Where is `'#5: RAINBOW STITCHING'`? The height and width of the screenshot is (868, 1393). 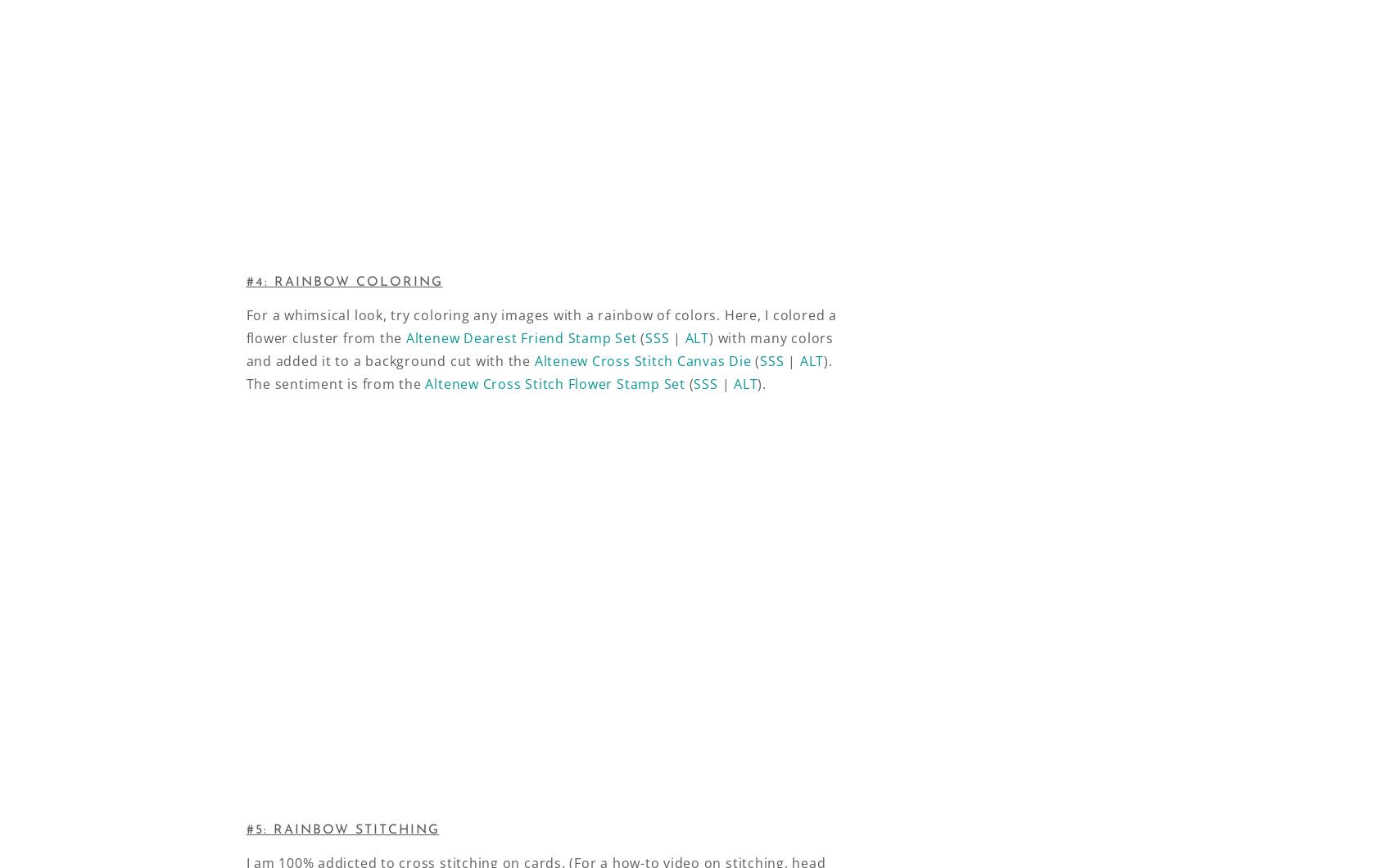
'#5: RAINBOW STITCHING' is located at coordinates (341, 829).